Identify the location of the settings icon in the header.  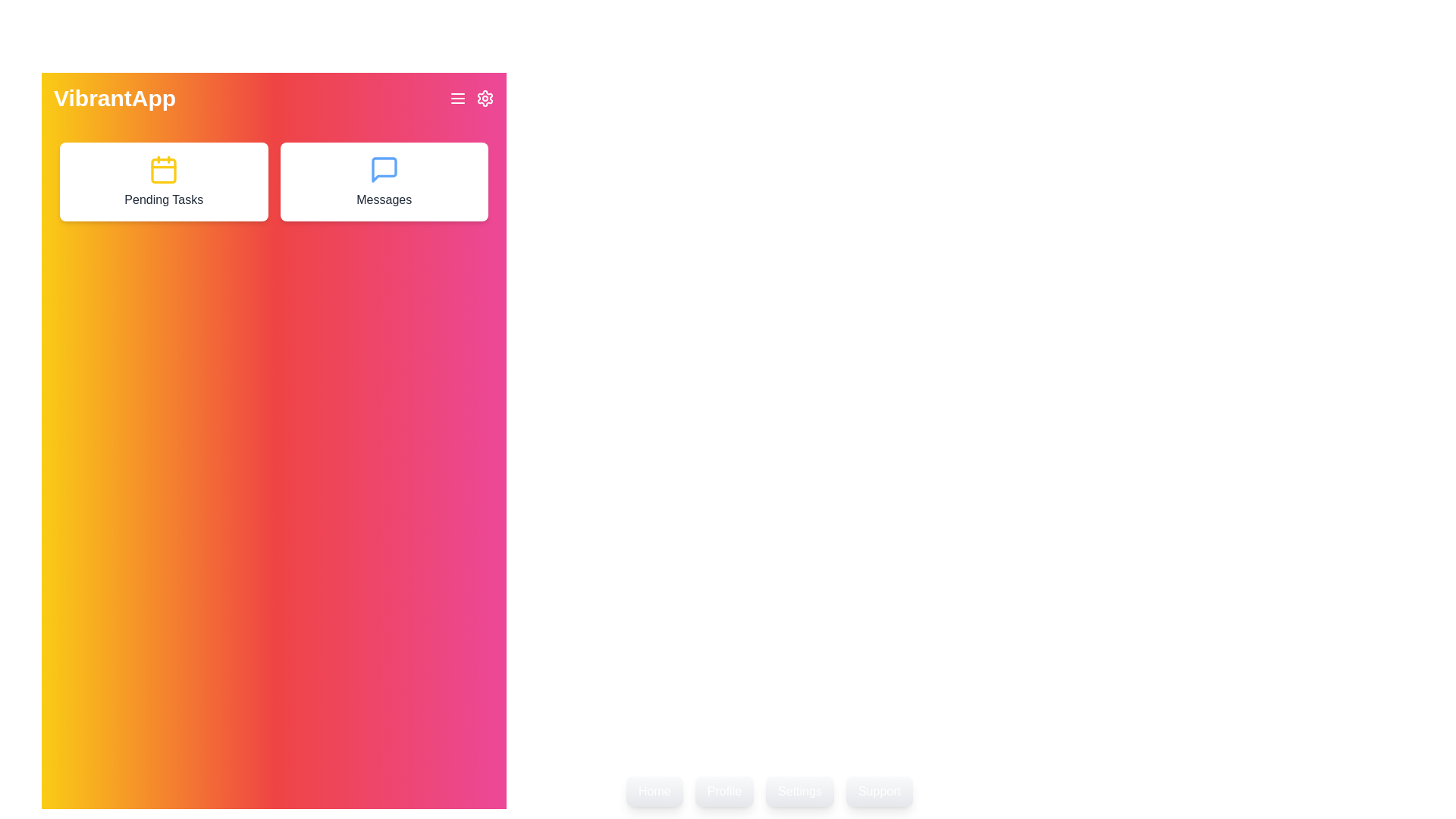
(484, 99).